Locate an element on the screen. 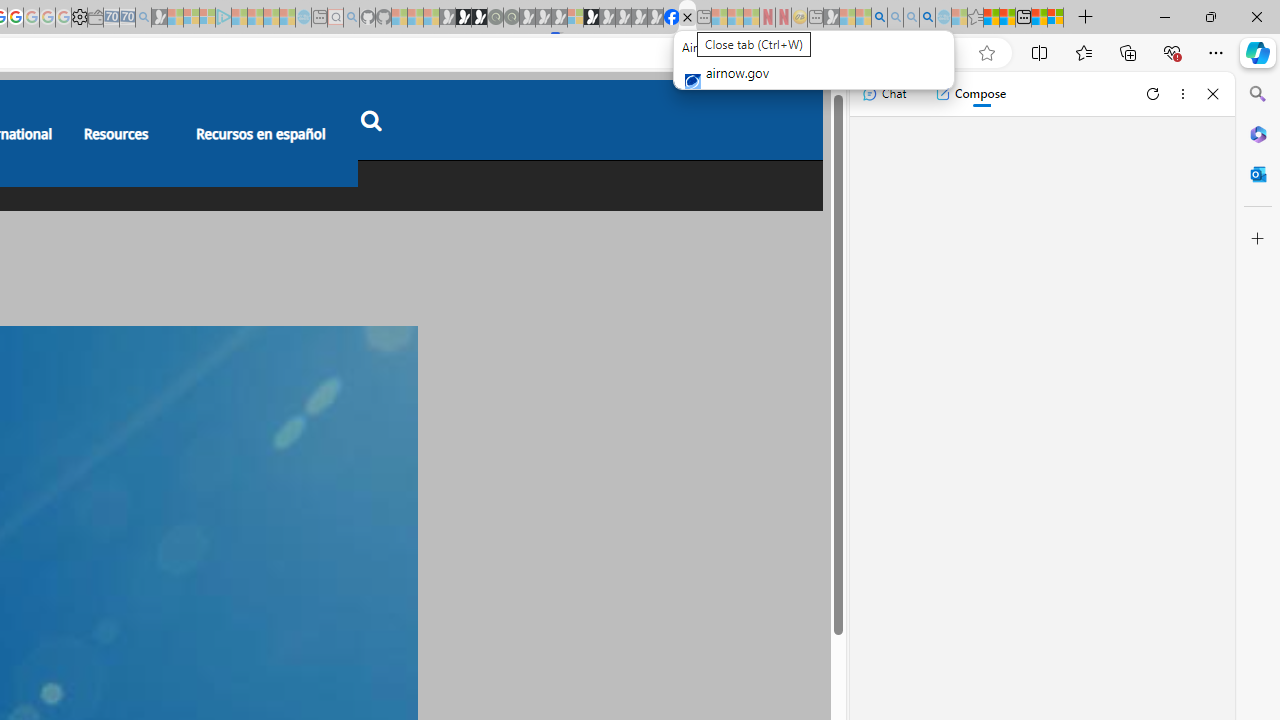 The height and width of the screenshot is (720, 1280). 'Favorites - Sleeping' is located at coordinates (975, 17).